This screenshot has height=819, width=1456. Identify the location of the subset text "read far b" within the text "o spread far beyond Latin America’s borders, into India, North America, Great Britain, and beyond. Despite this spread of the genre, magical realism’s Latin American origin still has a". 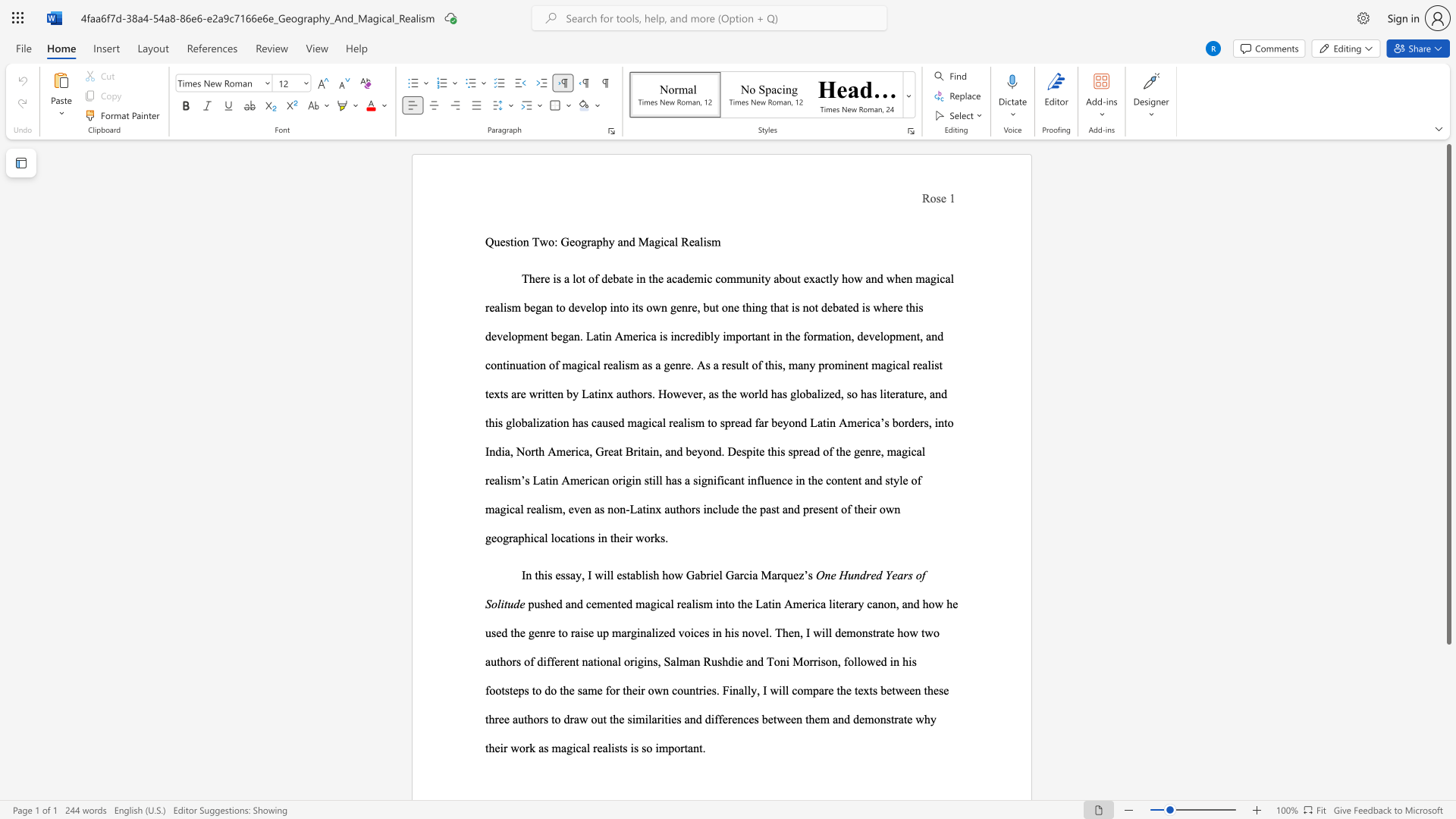
(730, 422).